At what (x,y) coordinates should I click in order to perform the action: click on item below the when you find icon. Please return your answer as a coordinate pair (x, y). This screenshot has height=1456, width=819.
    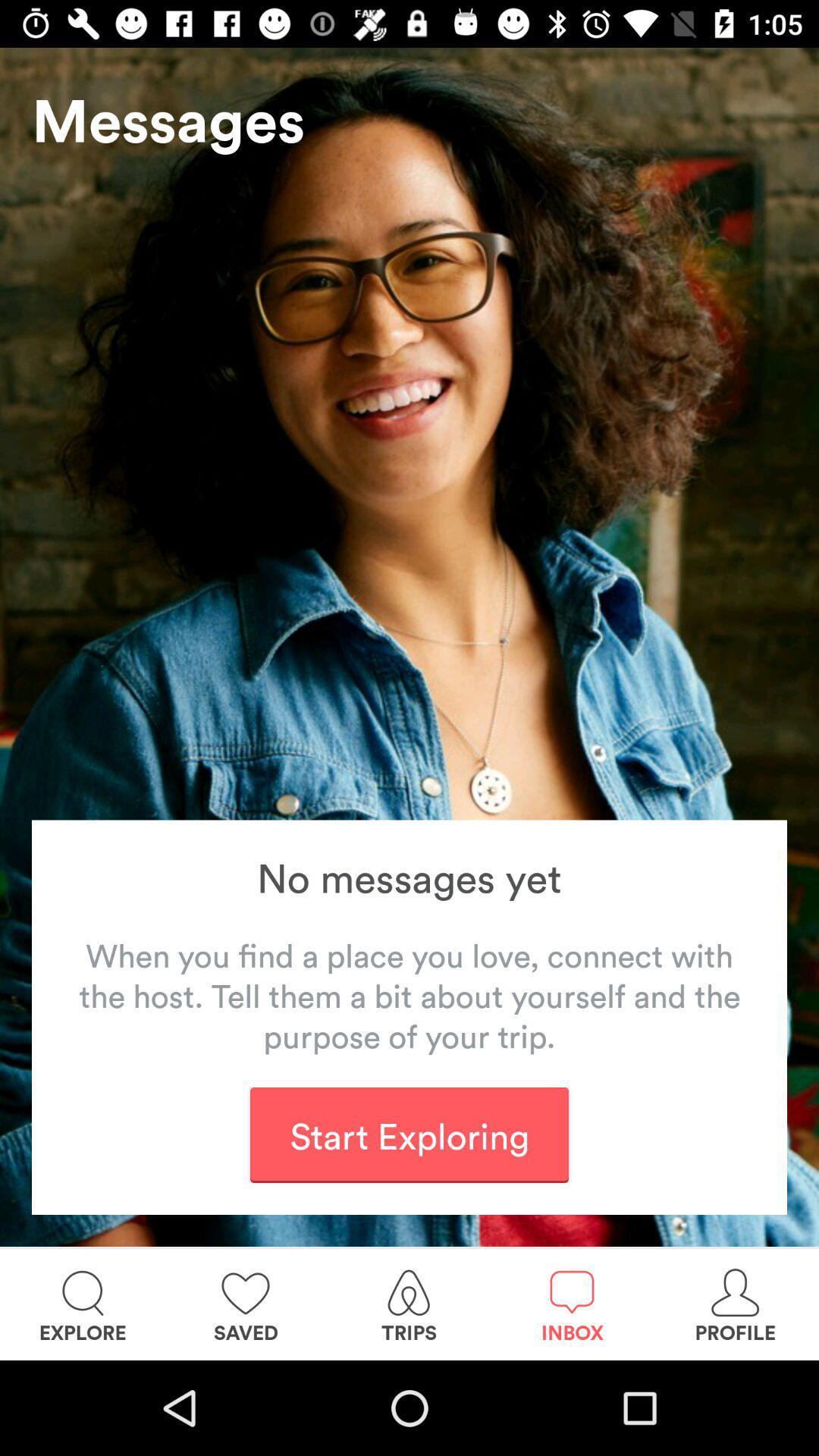
    Looking at the image, I should click on (409, 1135).